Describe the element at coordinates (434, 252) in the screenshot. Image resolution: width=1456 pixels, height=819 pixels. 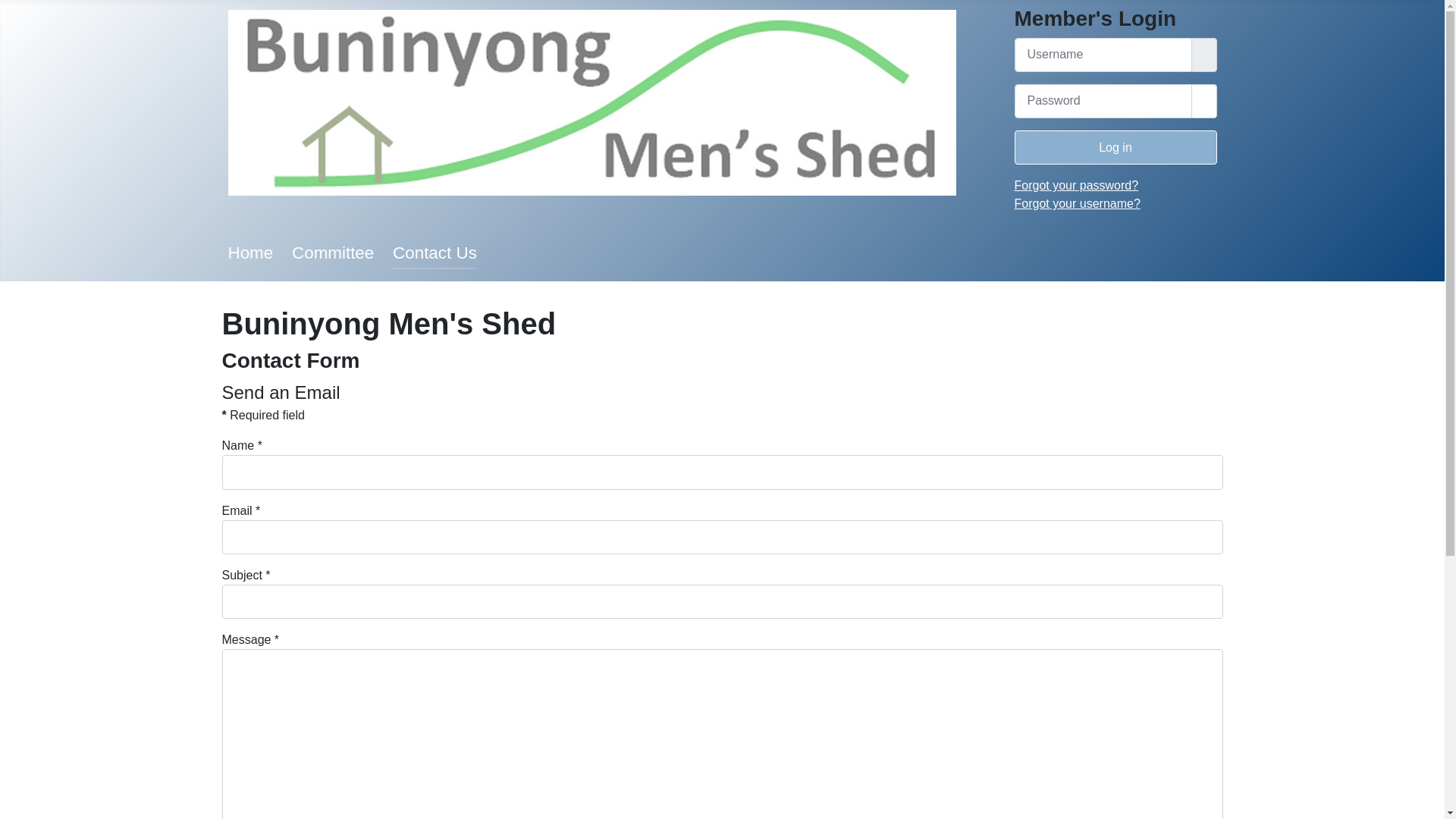
I see `'Contact Us'` at that location.